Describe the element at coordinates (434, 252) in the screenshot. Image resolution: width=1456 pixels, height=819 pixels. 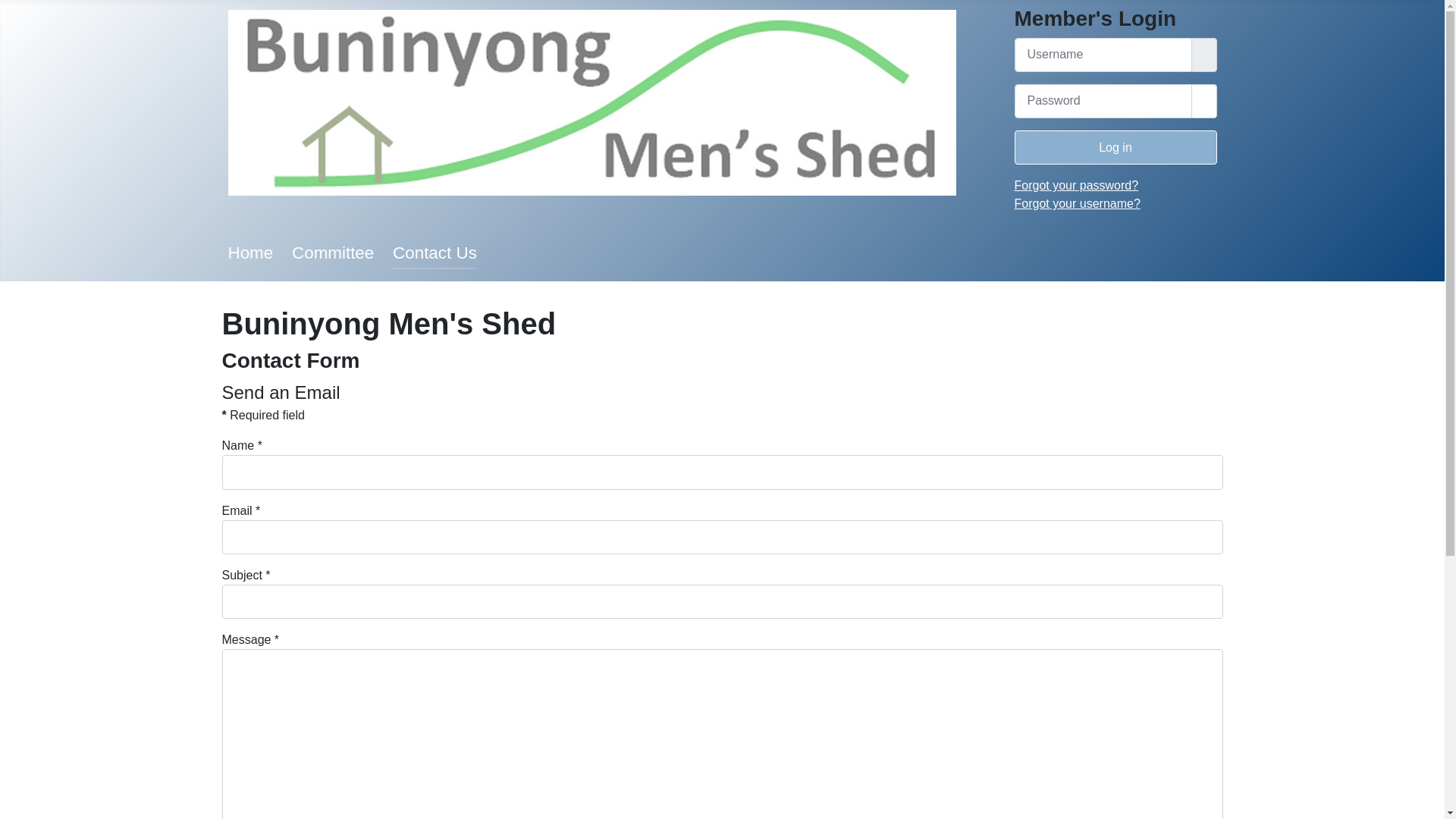
I see `'Contact Us'` at that location.